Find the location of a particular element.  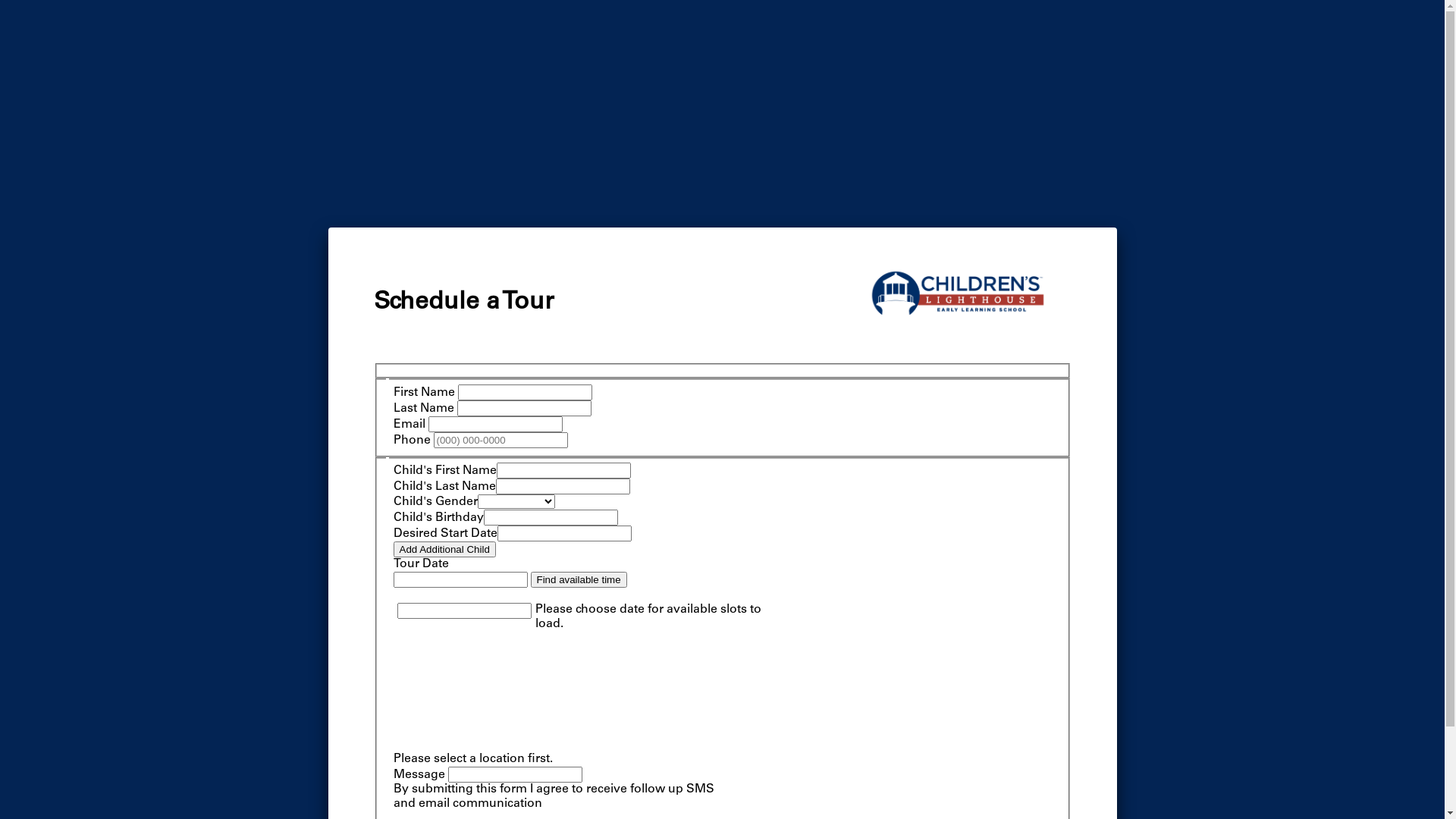

'Add Additional Child' is located at coordinates (443, 549).